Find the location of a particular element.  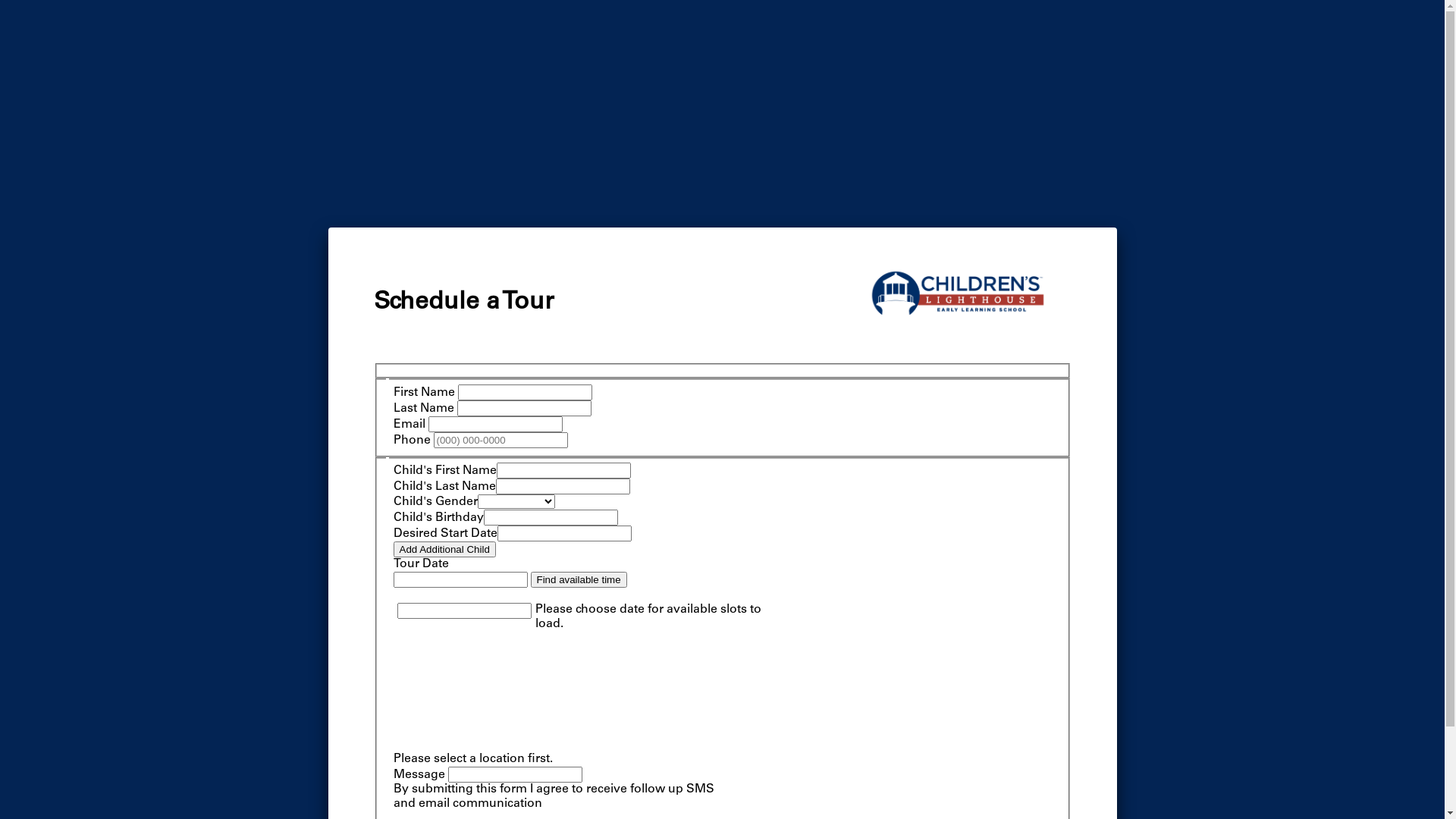

'Add Additional Child' is located at coordinates (443, 549).